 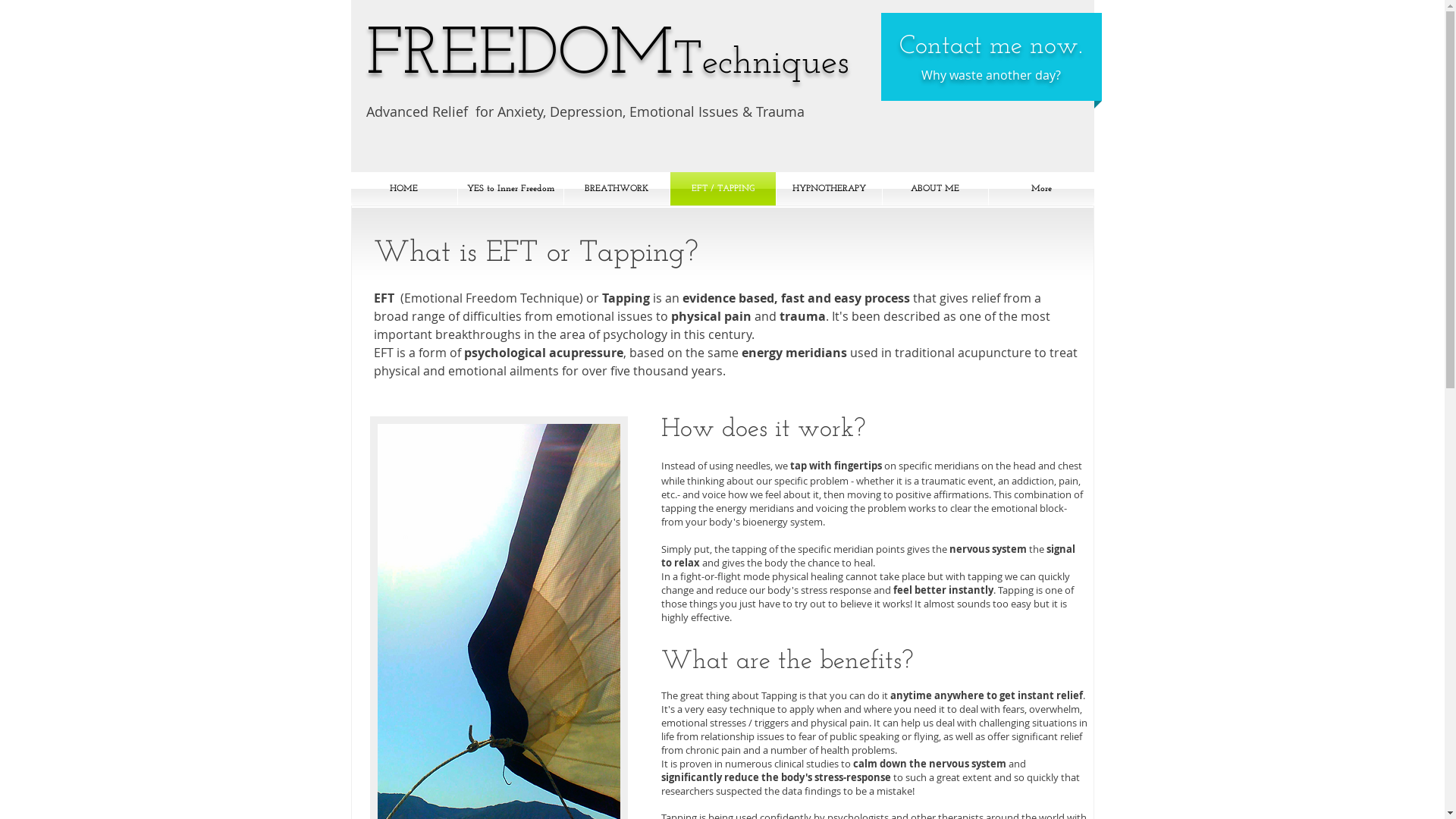 What do you see at coordinates (617, 188) in the screenshot?
I see `'BREATHWORK'` at bounding box center [617, 188].